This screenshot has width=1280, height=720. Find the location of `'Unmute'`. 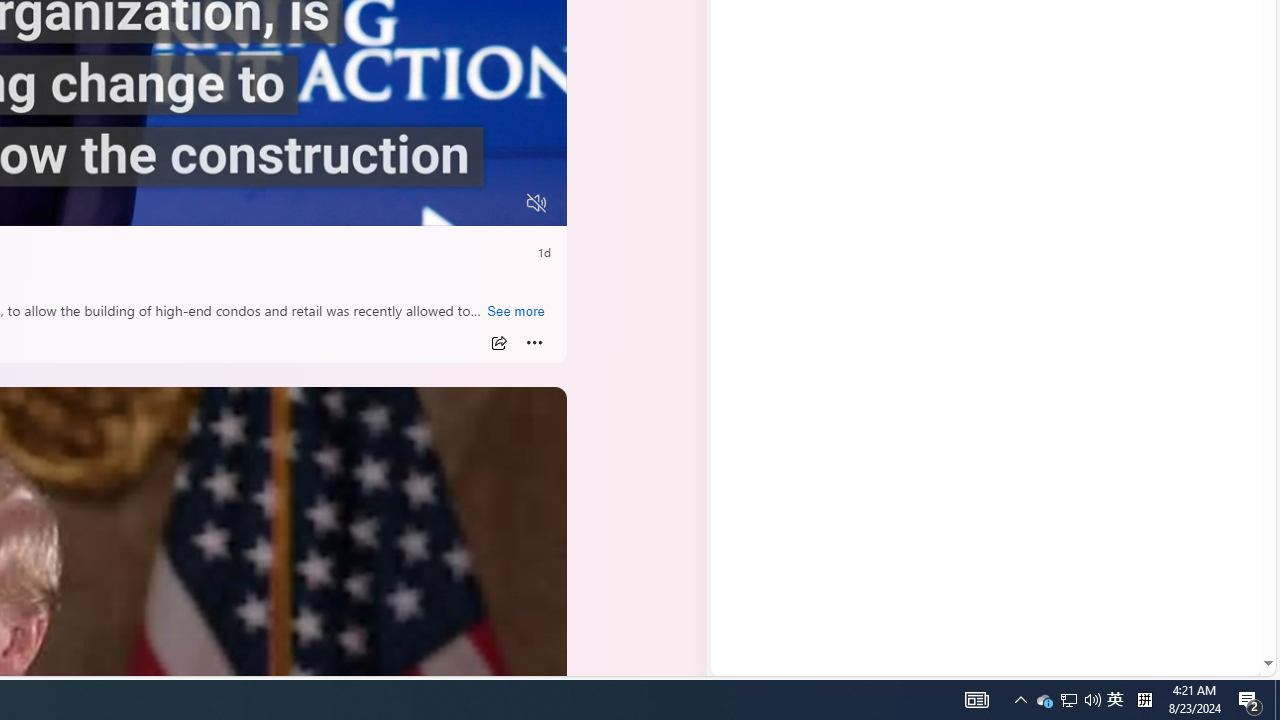

'Unmute' is located at coordinates (536, 203).